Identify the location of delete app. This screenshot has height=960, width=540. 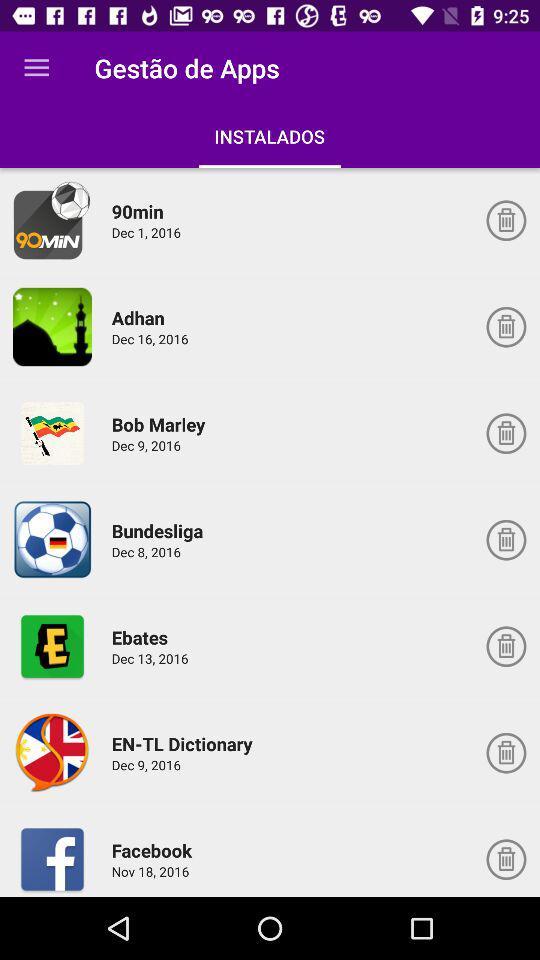
(505, 326).